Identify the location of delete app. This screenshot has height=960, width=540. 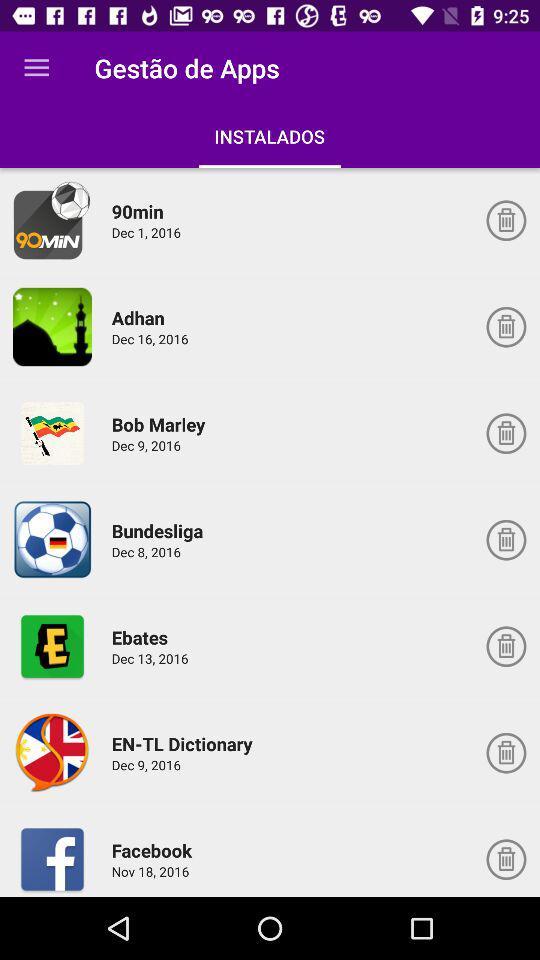
(505, 326).